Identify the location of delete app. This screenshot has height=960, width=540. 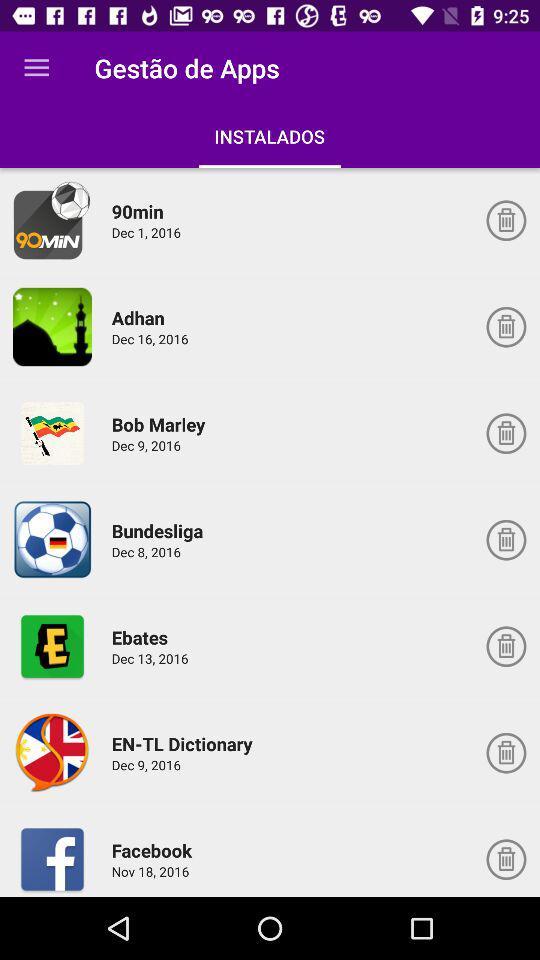
(505, 326).